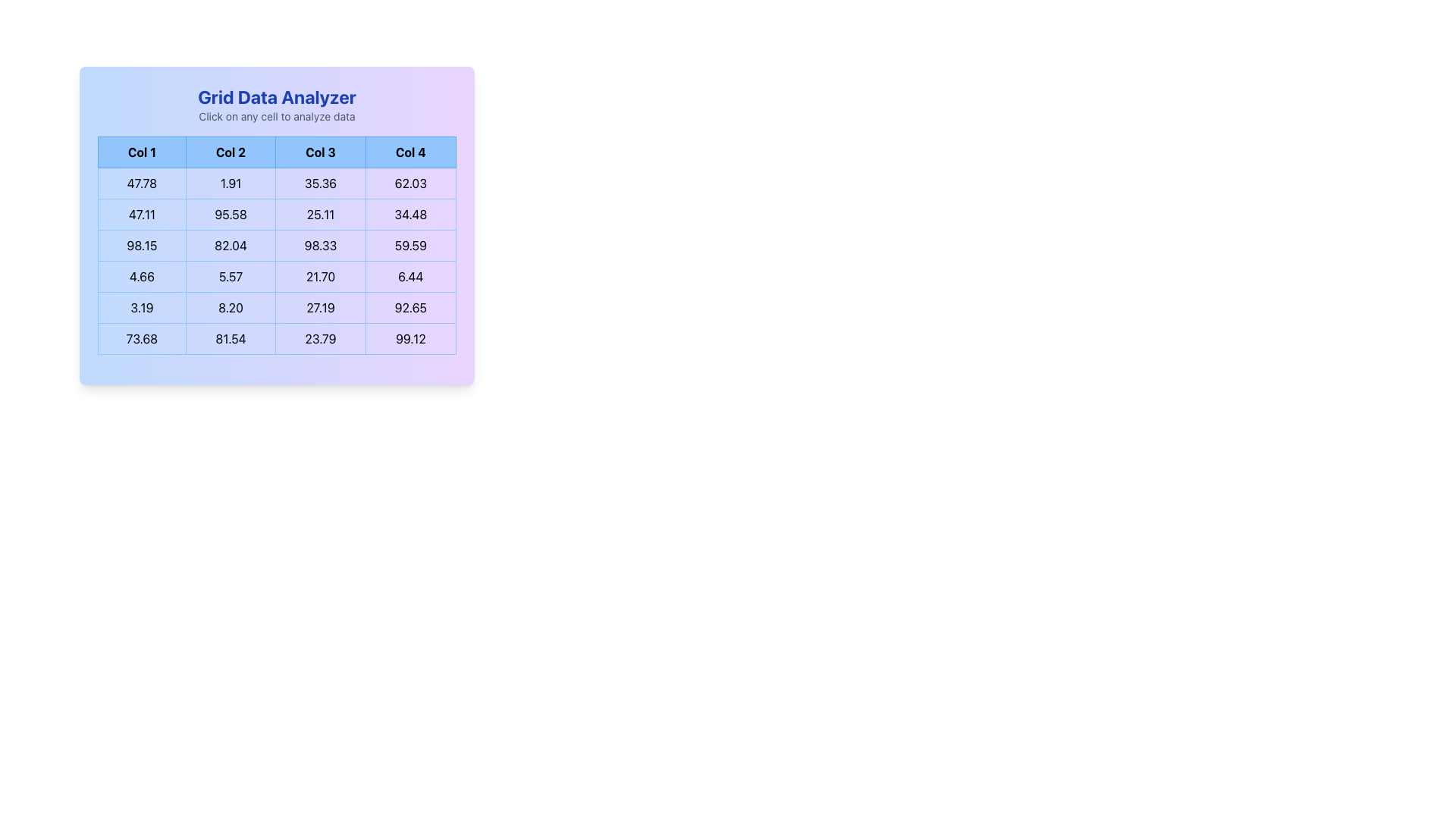 This screenshot has height=819, width=1456. I want to click on the static text box in the fifth row and fourth column of the grid layout, which displays numerical data for grid analysis, so click(410, 307).